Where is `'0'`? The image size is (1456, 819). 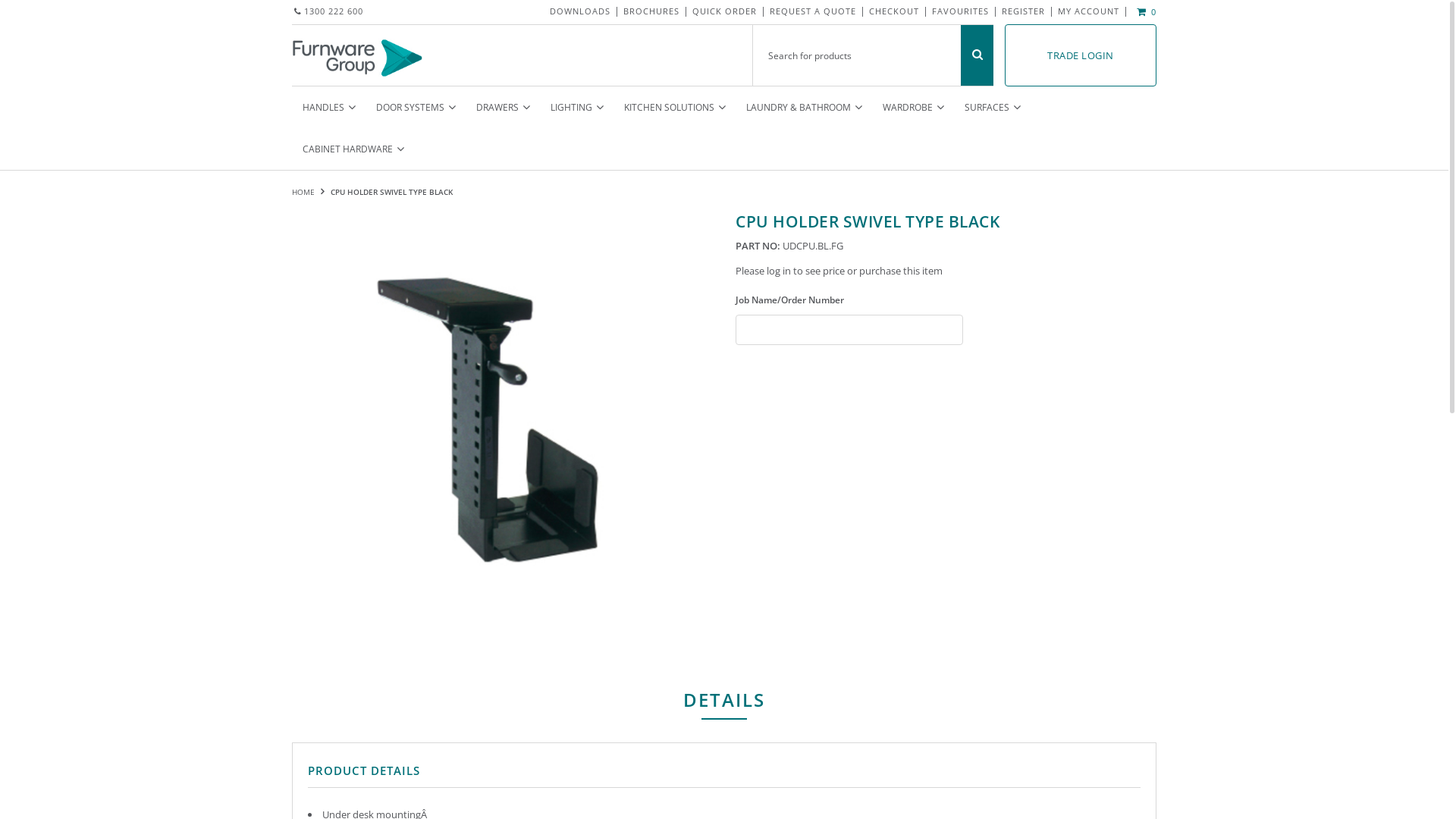 '0' is located at coordinates (1144, 11).